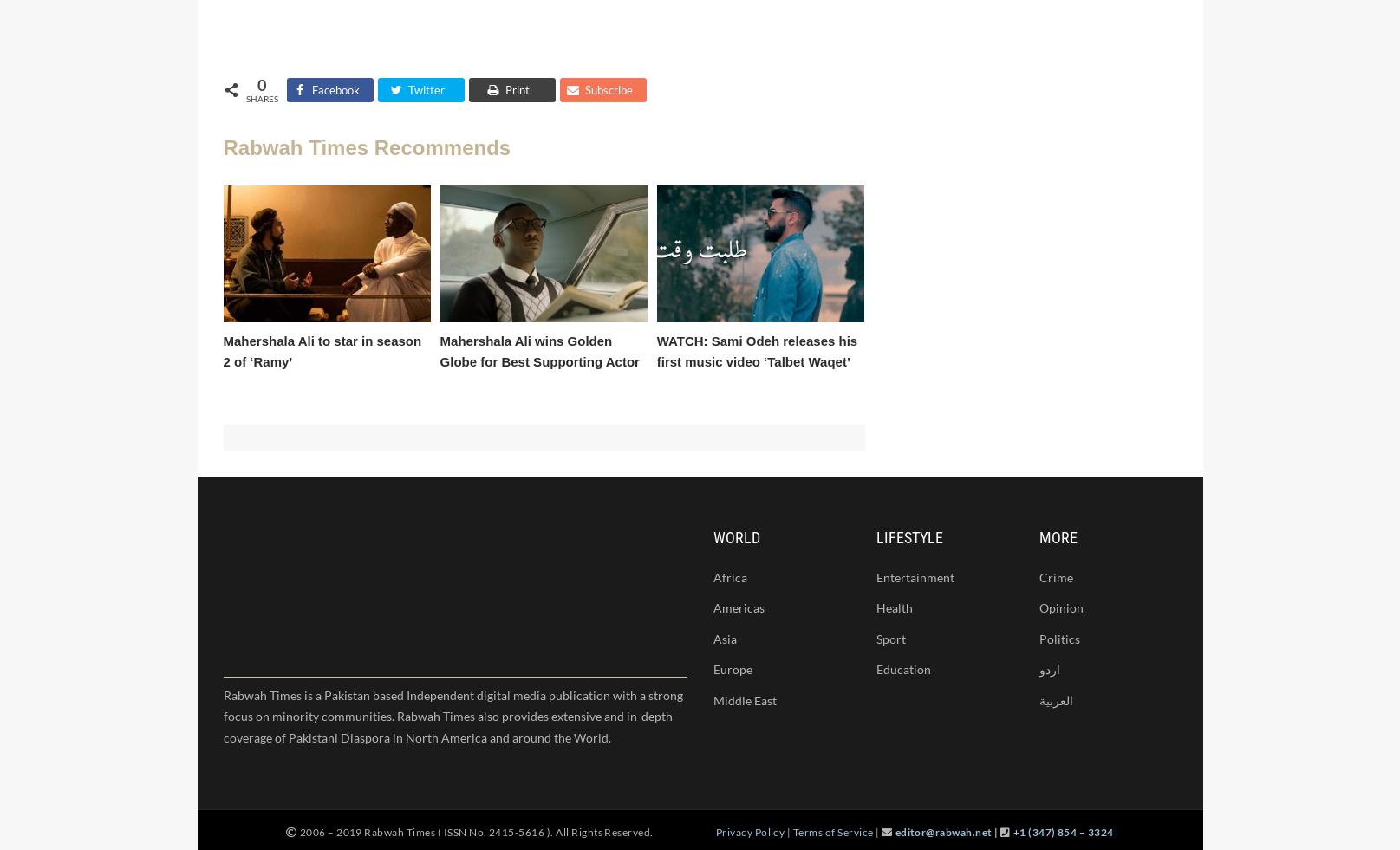  What do you see at coordinates (943, 832) in the screenshot?
I see `'editor@rabwah.net'` at bounding box center [943, 832].